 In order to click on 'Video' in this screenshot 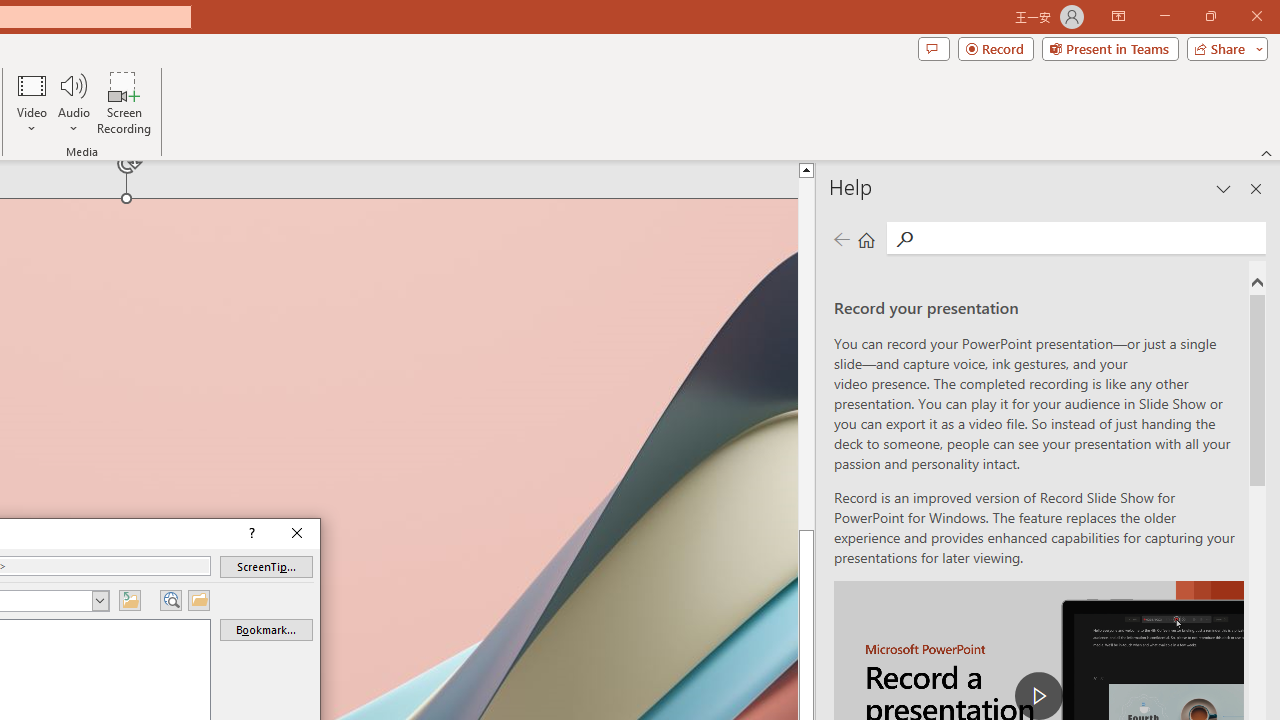, I will do `click(32, 103)`.